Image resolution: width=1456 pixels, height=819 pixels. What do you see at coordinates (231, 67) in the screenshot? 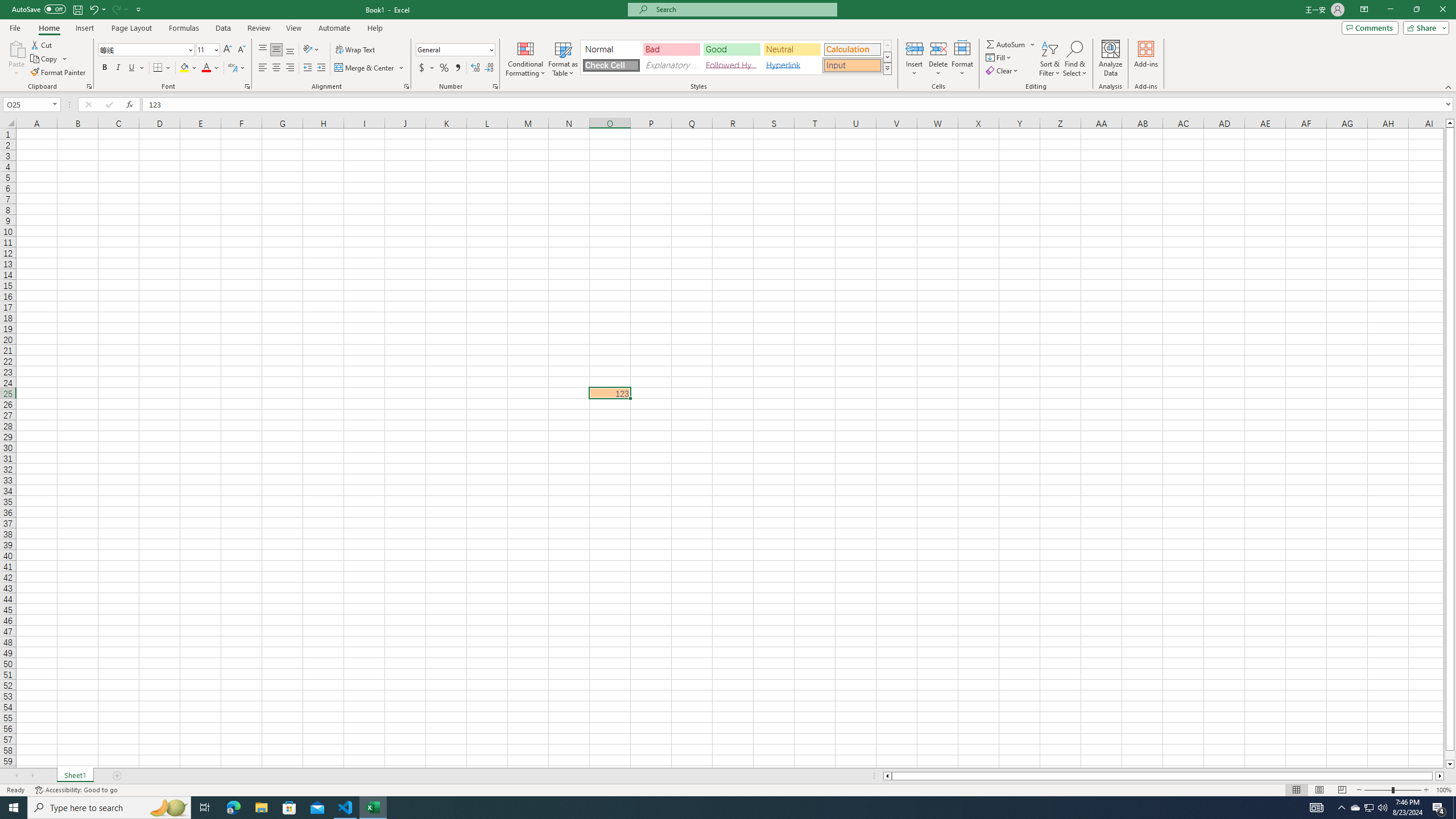
I see `'Show Phonetic Field'` at bounding box center [231, 67].